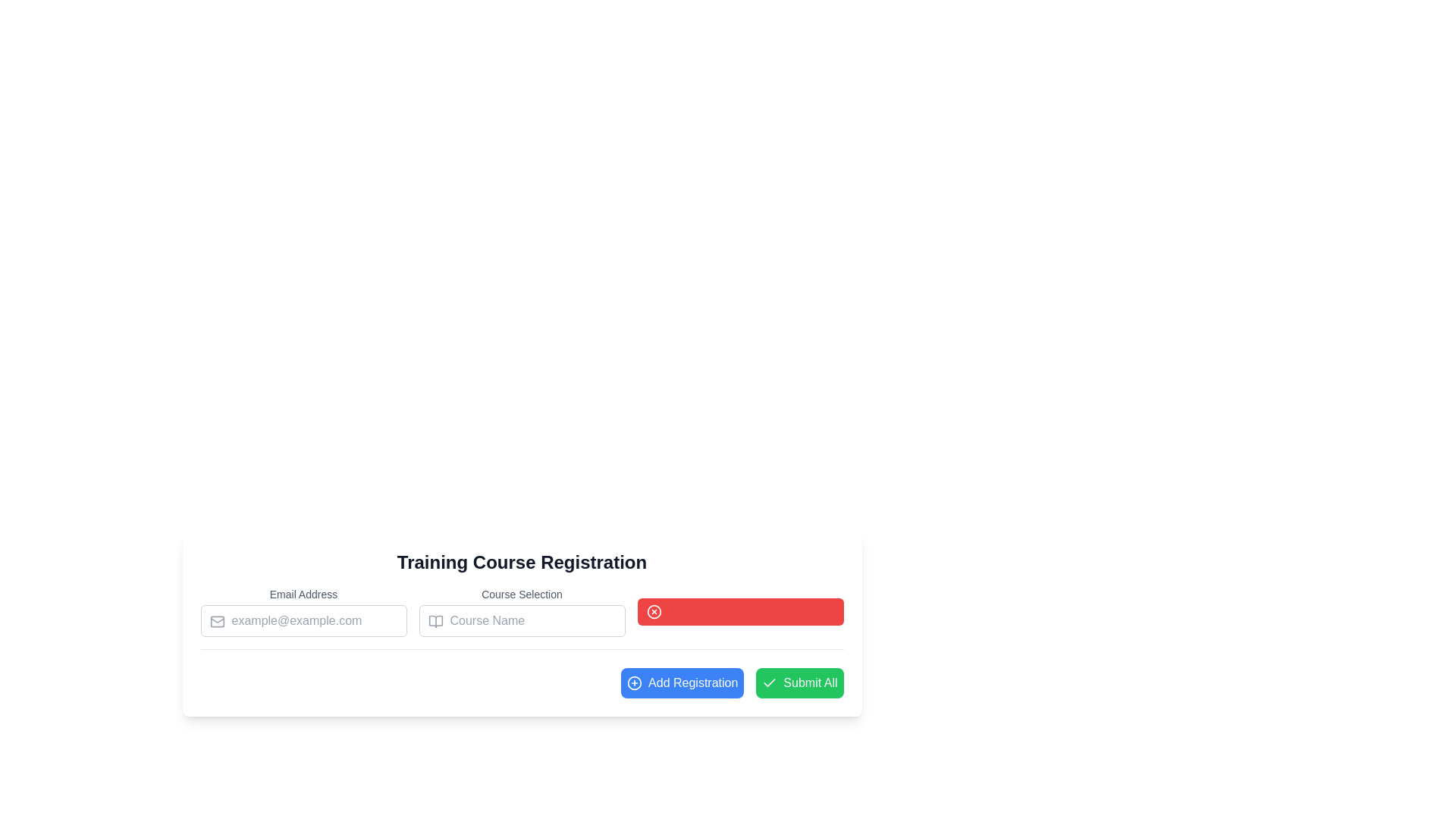 This screenshot has width=1456, height=819. Describe the element at coordinates (216, 622) in the screenshot. I see `the Decorative icon located inside the email input field, which serves as a visual representation for the email address input` at that location.